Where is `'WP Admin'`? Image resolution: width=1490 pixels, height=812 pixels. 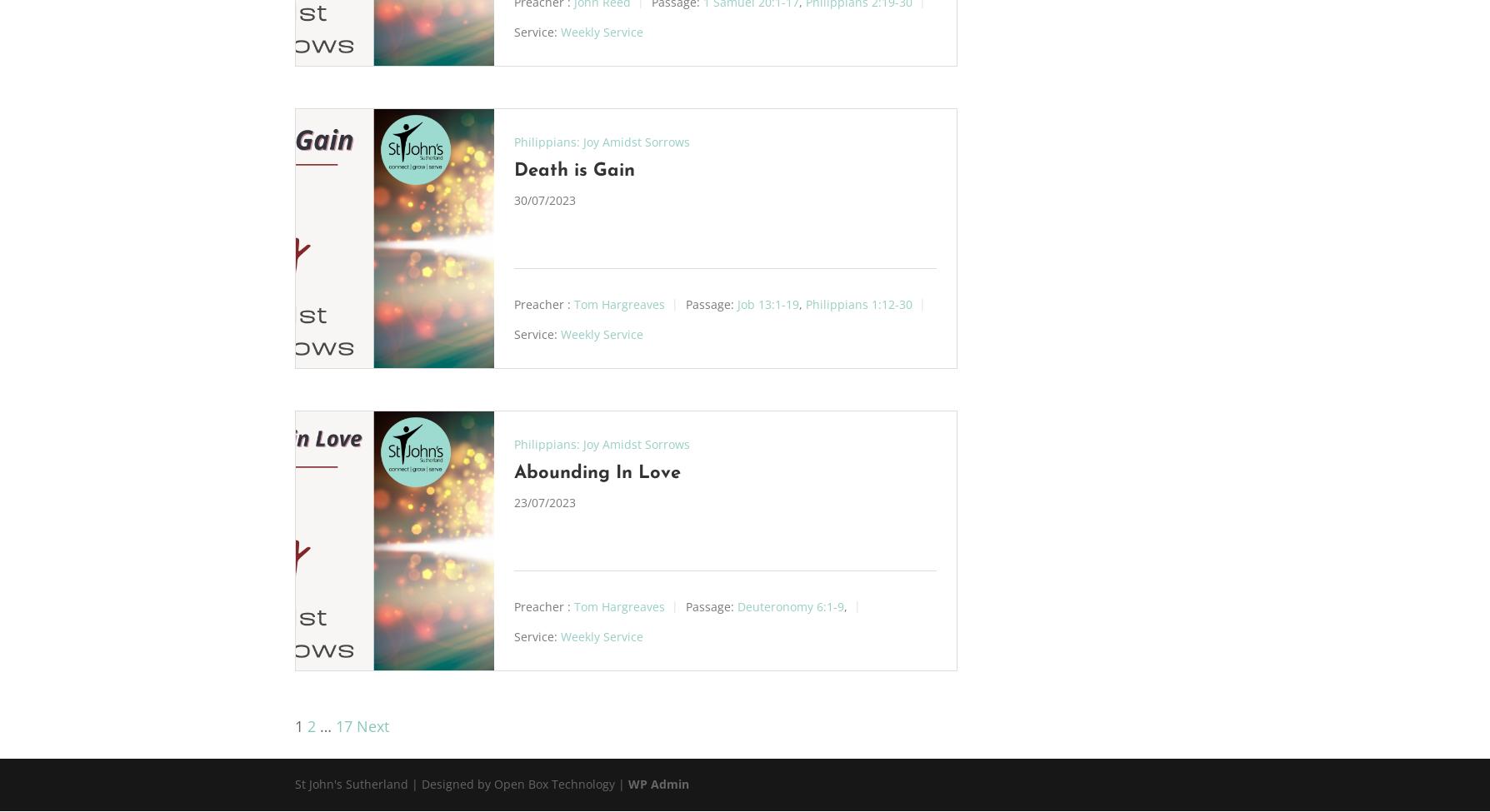 'WP Admin' is located at coordinates (657, 783).